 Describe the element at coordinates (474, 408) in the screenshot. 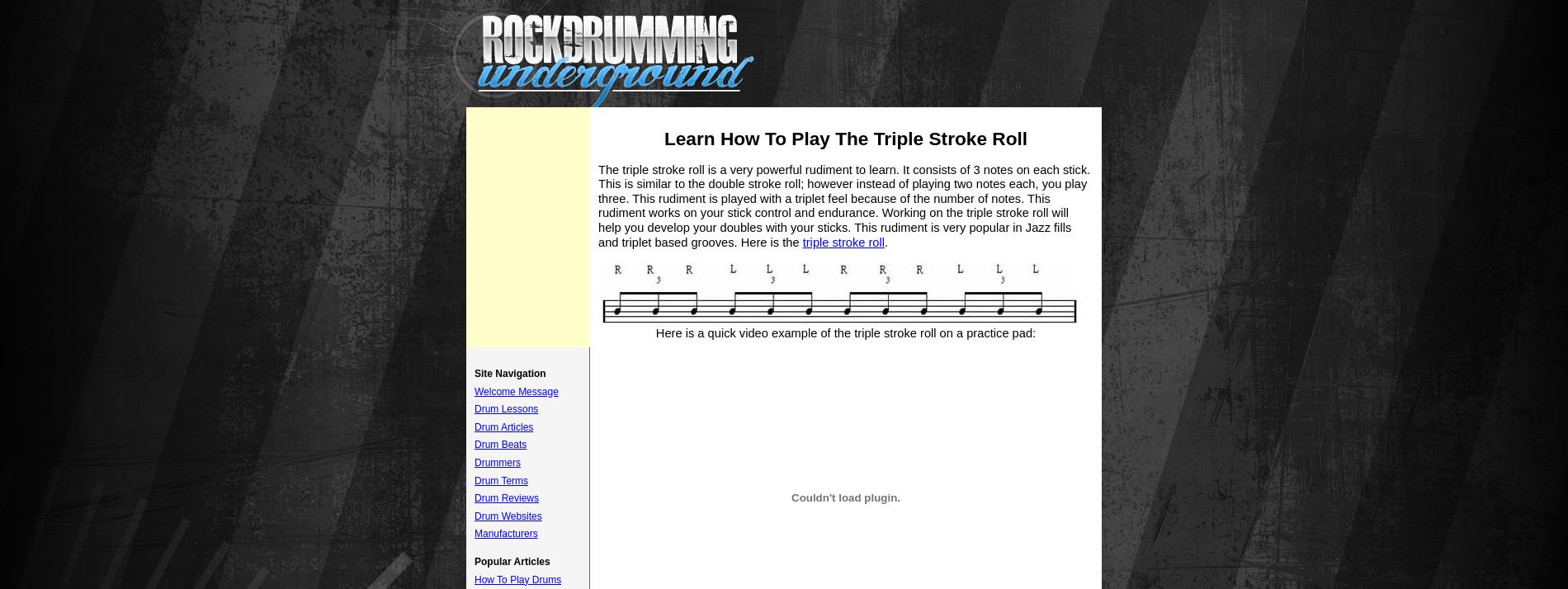

I see `'Drum Lessons'` at that location.